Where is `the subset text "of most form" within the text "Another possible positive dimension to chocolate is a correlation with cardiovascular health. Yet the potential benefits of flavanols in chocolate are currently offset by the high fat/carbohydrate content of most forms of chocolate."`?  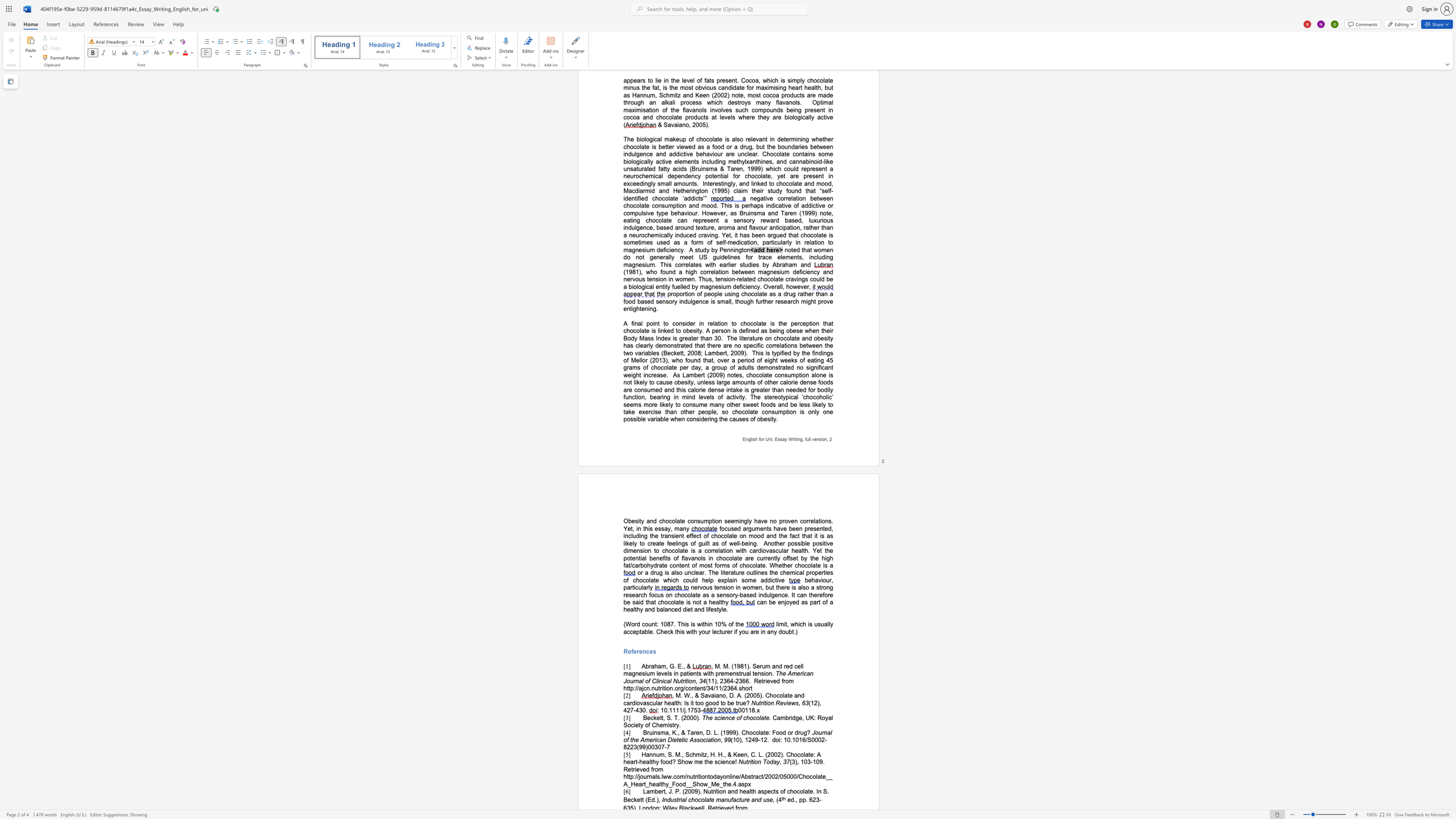
the subset text "of most form" within the text "Another possible positive dimension to chocolate is a correlation with cardiovascular health. Yet the potential benefits of flavanols in chocolate are currently offset by the high fat/carbohydrate content of most forms of chocolate." is located at coordinates (691, 565).